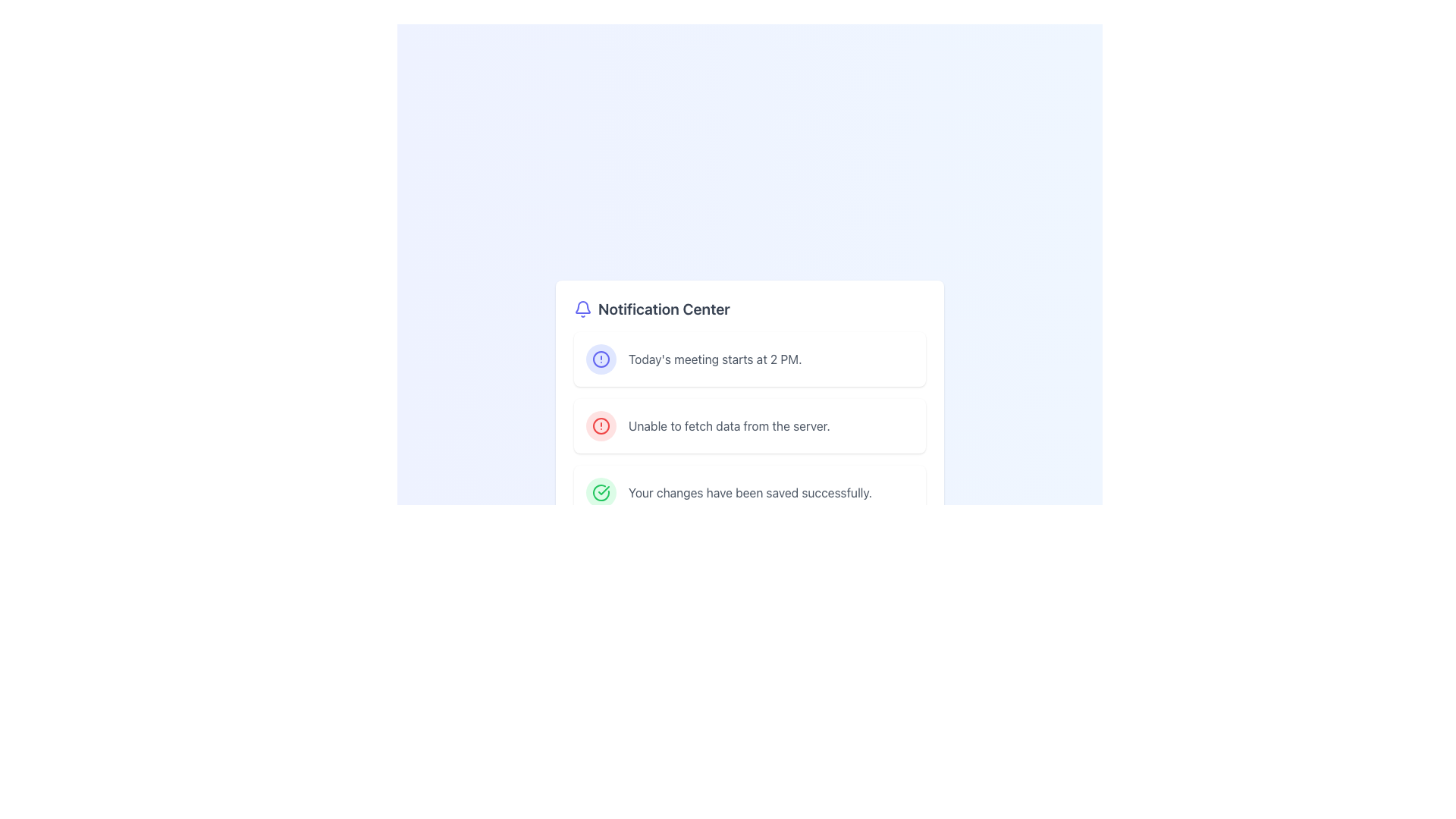 This screenshot has width=1456, height=819. Describe the element at coordinates (750, 493) in the screenshot. I see `success message from the Text label located in the Notification Center, which confirms that the recent changes were saved successfully` at that location.